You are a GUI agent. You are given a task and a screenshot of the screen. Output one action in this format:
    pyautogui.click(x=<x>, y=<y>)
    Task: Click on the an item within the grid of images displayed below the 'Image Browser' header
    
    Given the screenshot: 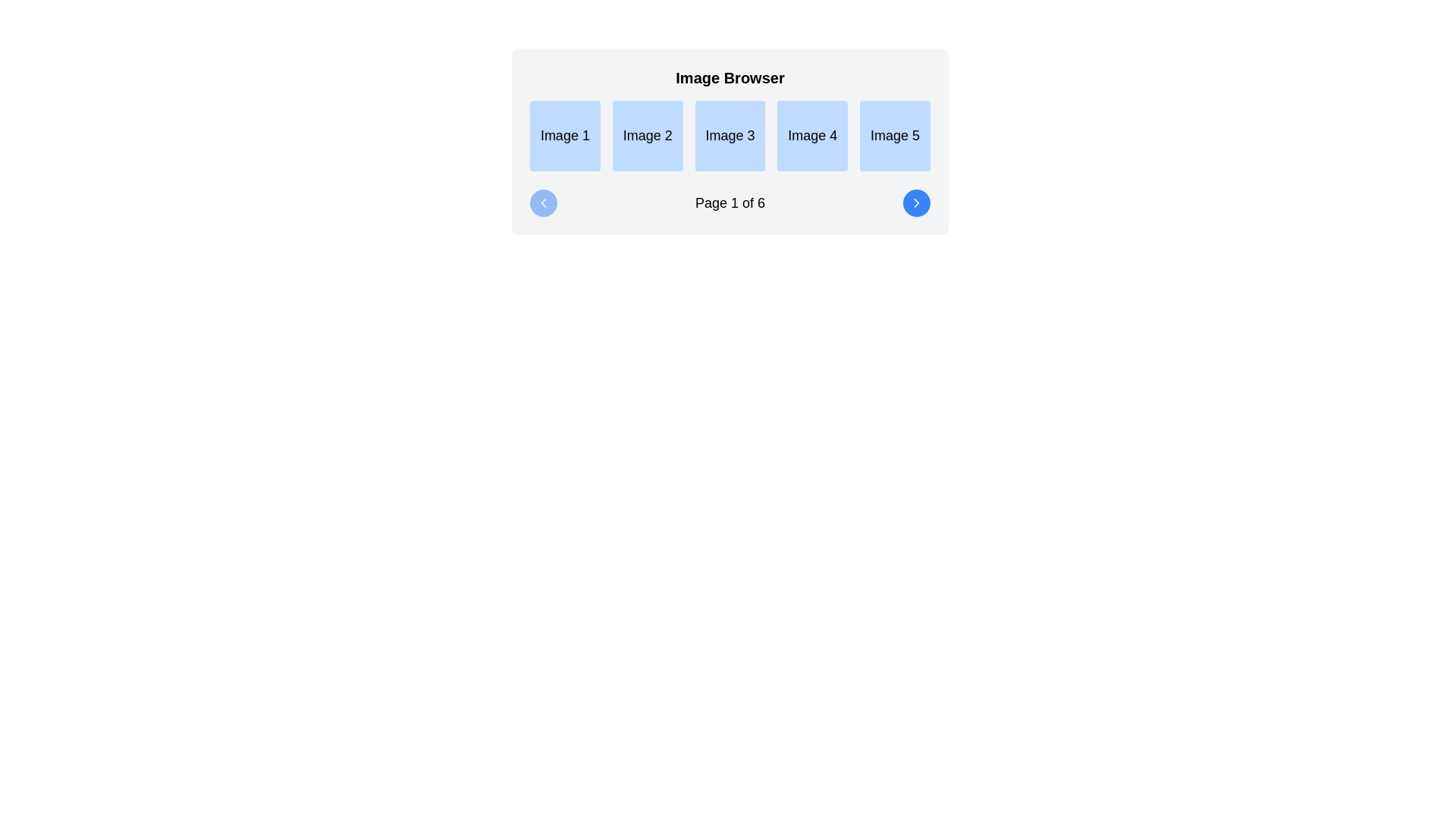 What is the action you would take?
    pyautogui.click(x=730, y=134)
    